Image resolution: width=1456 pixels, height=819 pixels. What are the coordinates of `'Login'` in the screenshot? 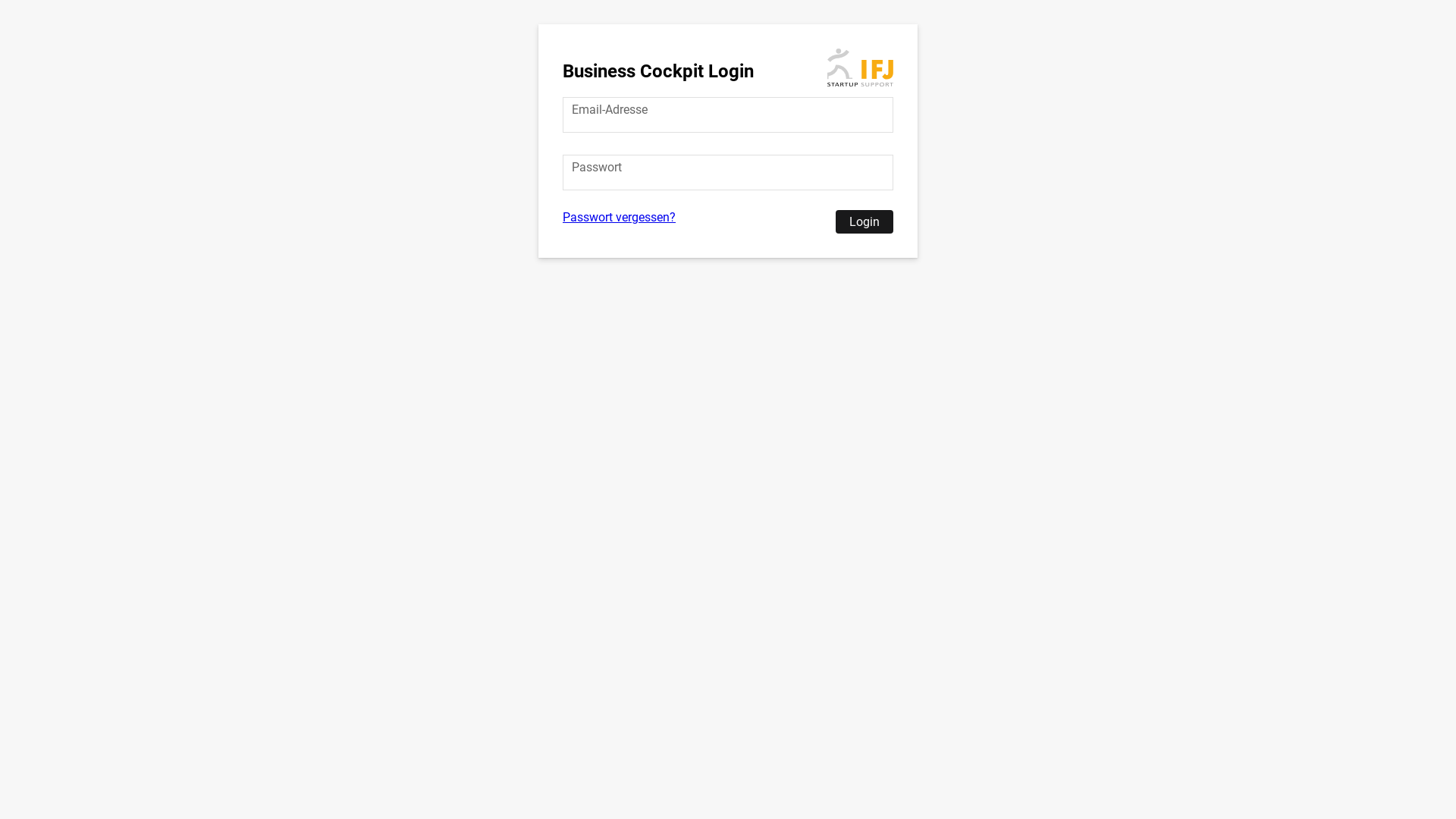 It's located at (864, 221).